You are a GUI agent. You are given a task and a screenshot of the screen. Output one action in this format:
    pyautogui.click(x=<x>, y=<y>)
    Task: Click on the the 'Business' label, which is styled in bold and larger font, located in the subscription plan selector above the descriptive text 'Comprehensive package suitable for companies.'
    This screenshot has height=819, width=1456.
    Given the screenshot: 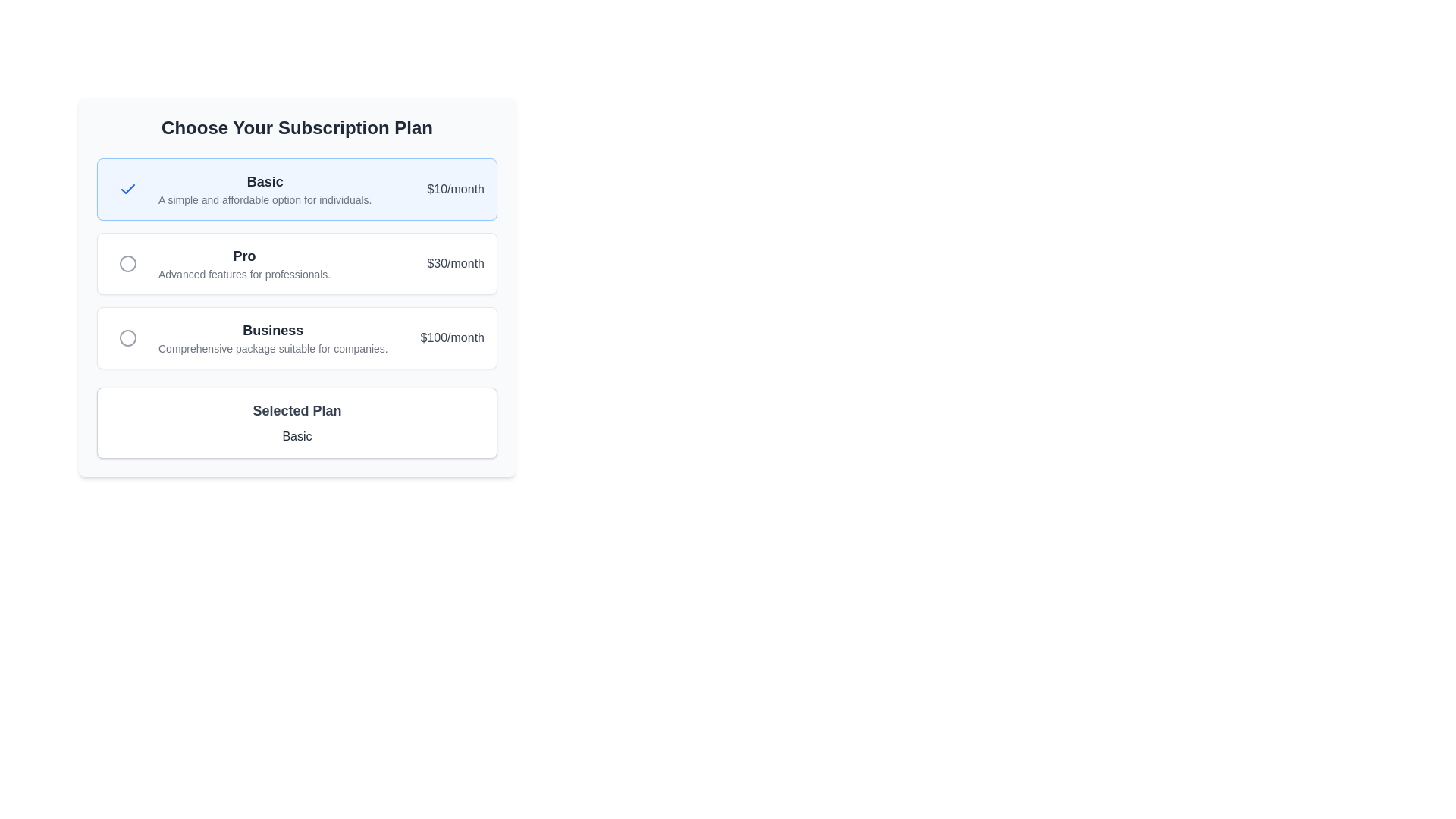 What is the action you would take?
    pyautogui.click(x=273, y=329)
    